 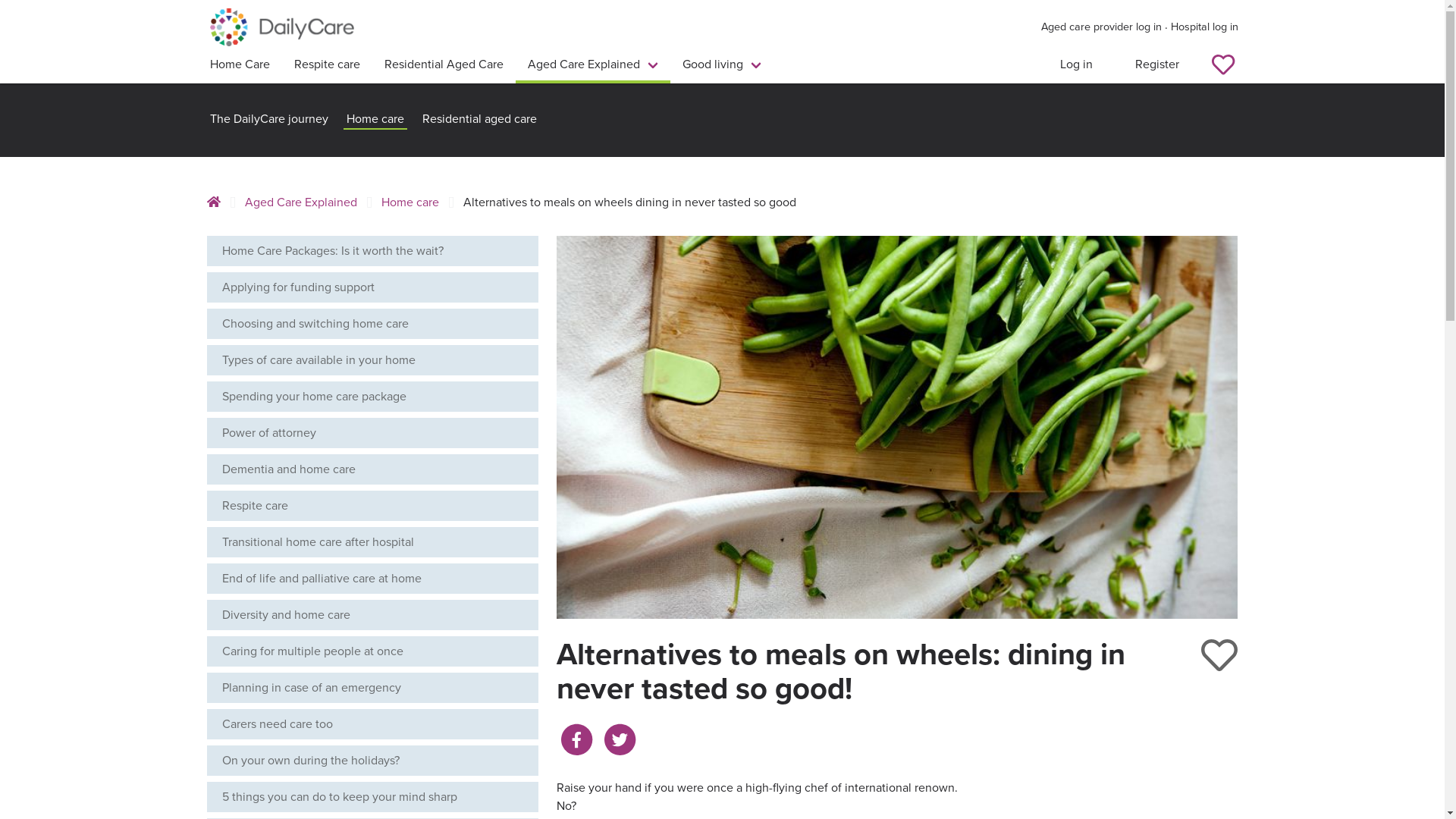 I want to click on 'Register', so click(x=1156, y=65).